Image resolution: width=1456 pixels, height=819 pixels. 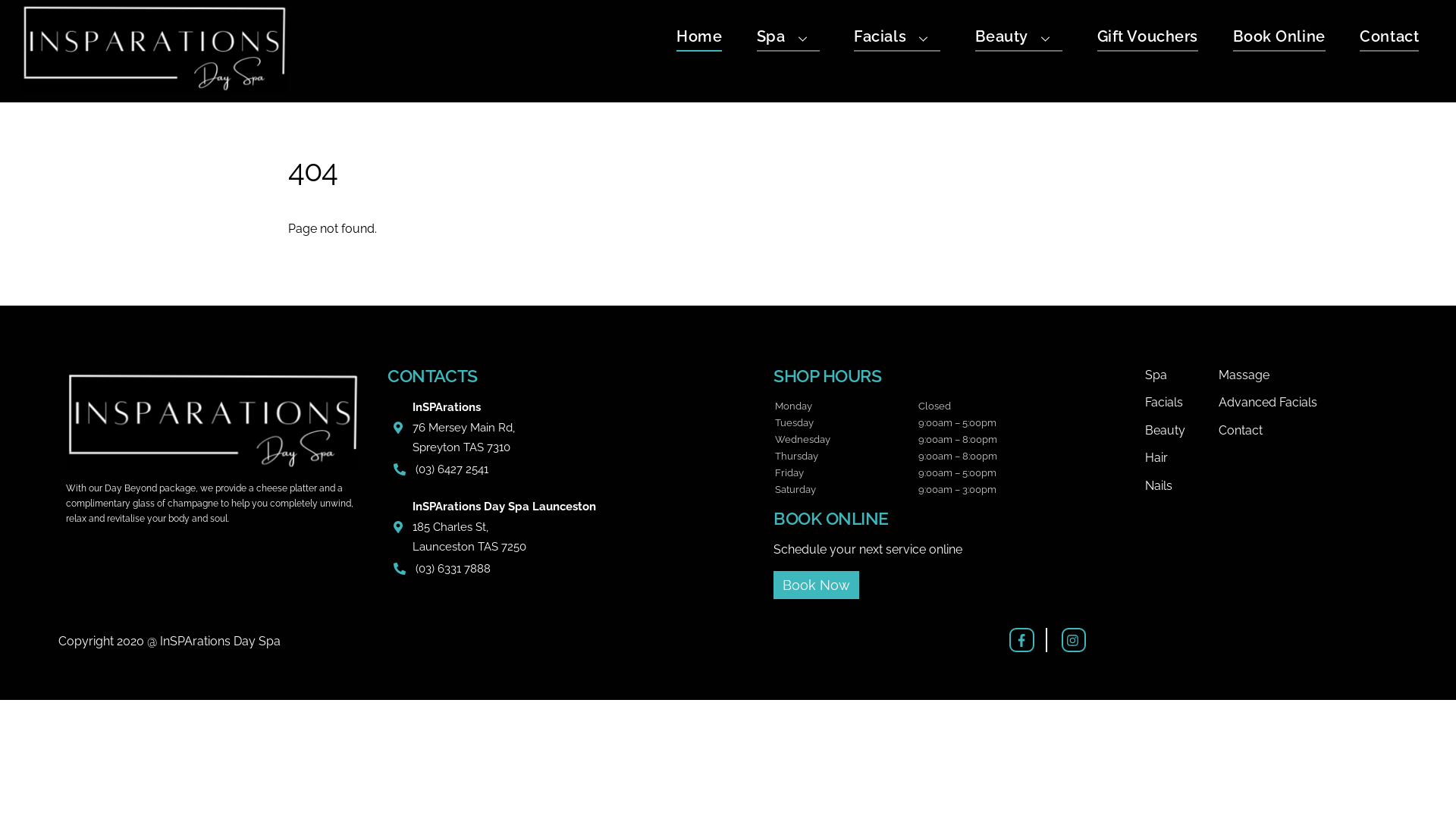 I want to click on 'Contact', so click(x=1389, y=38).